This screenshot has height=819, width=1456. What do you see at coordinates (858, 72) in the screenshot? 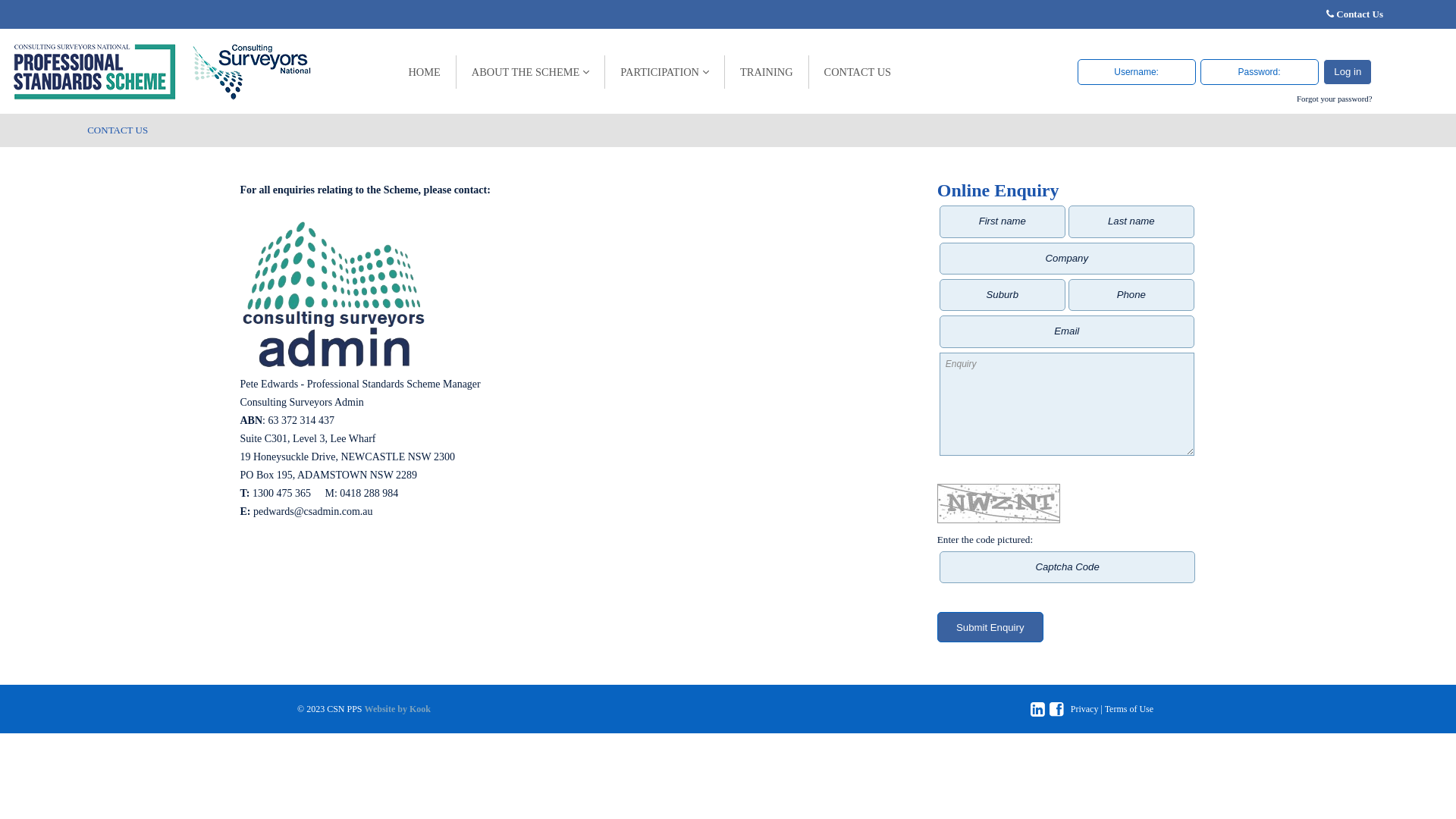
I see `'CONTACT US'` at bounding box center [858, 72].